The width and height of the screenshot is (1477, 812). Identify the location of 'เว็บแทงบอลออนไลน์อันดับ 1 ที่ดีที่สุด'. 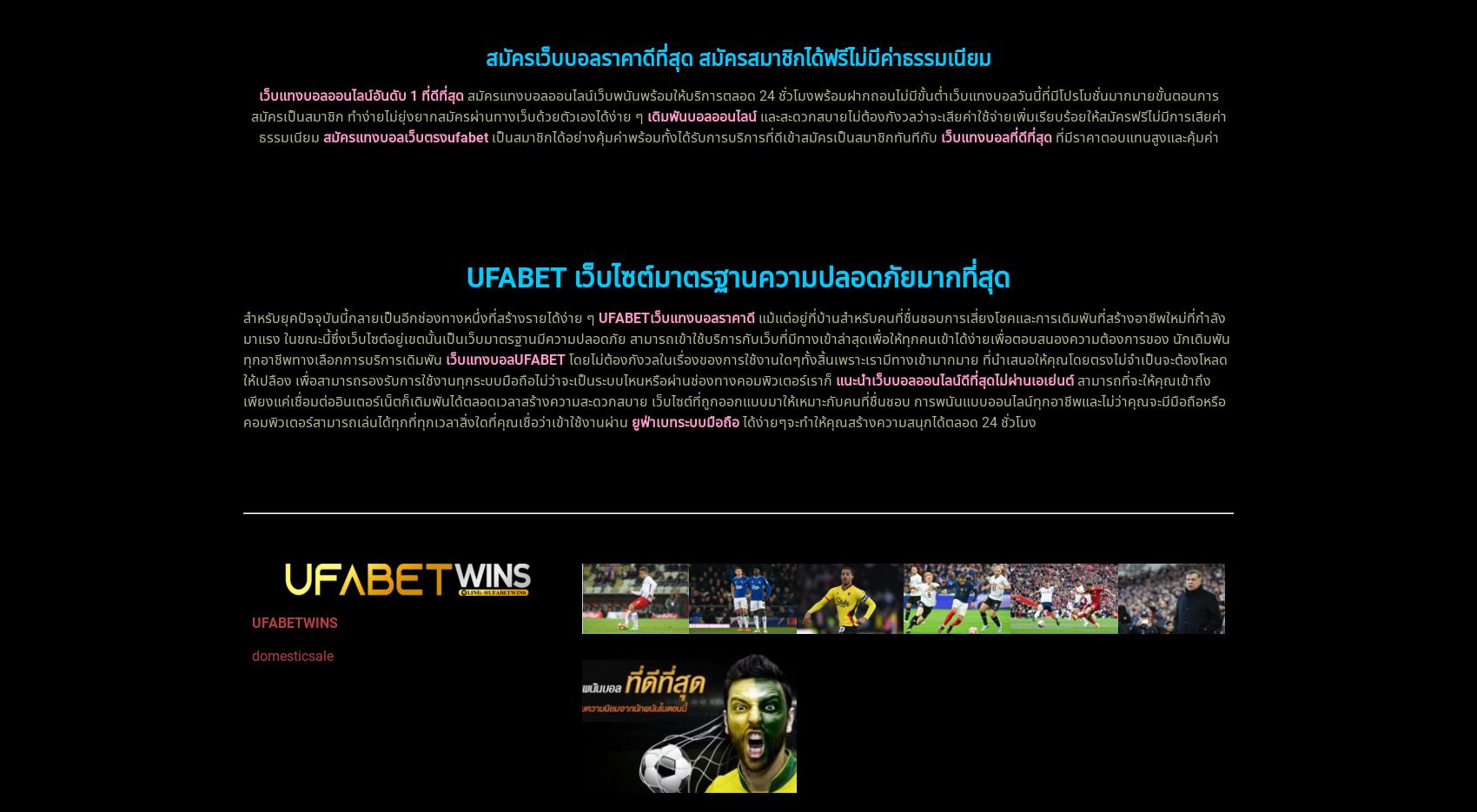
(257, 95).